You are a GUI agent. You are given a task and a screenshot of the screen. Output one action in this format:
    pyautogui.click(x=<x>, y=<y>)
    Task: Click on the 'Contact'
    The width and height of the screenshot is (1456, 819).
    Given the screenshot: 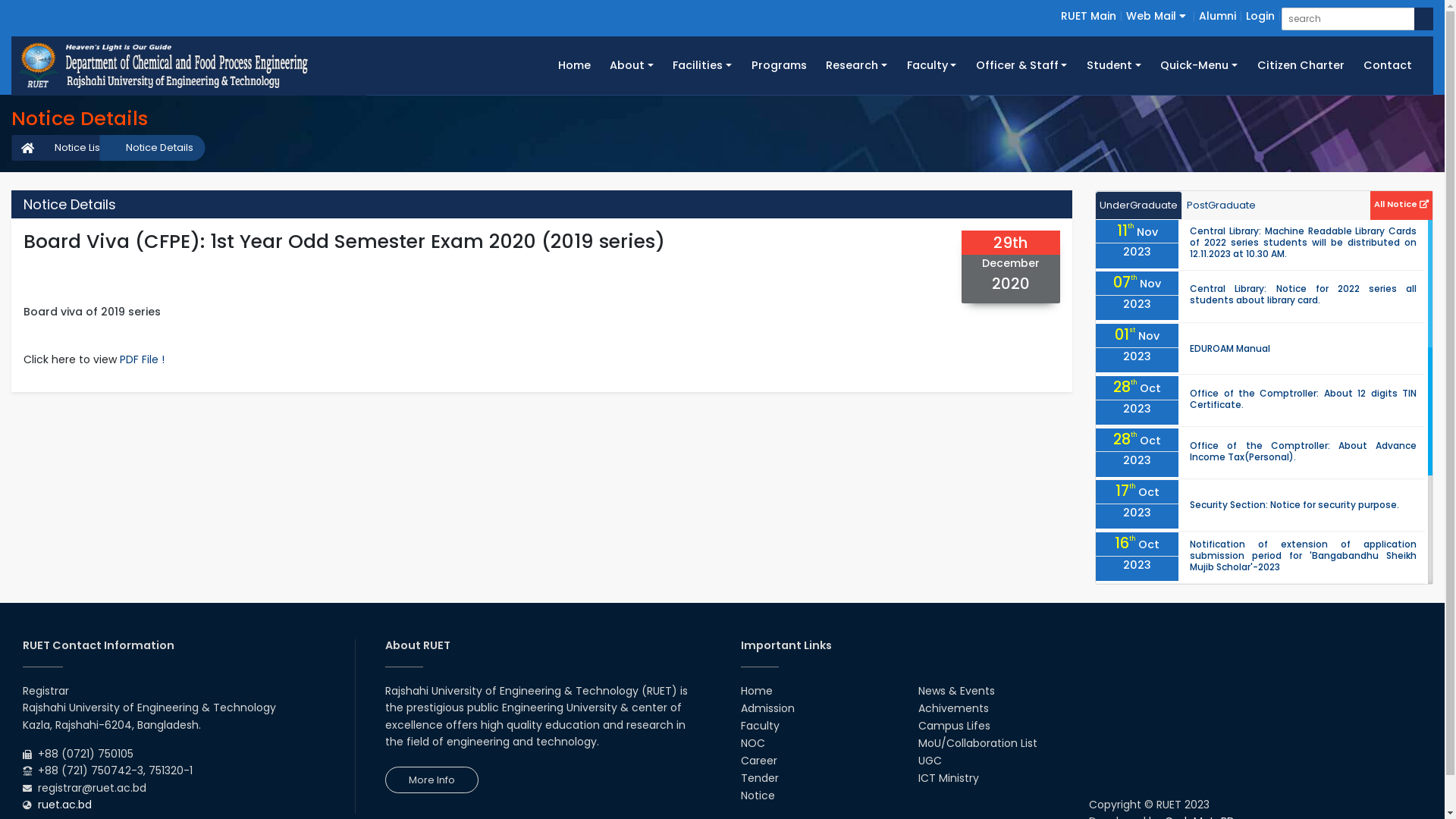 What is the action you would take?
    pyautogui.click(x=1387, y=64)
    